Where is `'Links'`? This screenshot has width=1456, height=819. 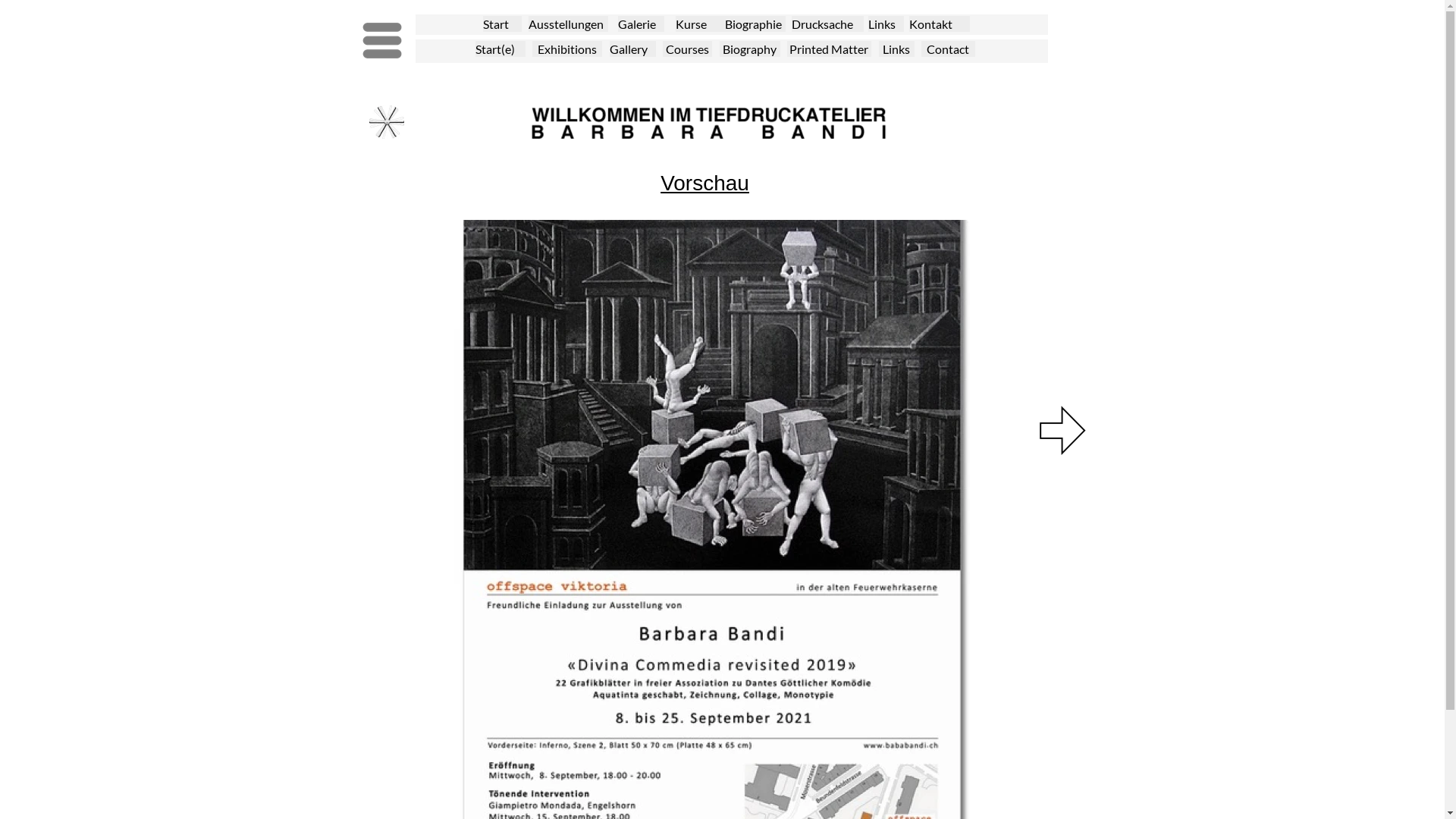
'Links' is located at coordinates (877, 49).